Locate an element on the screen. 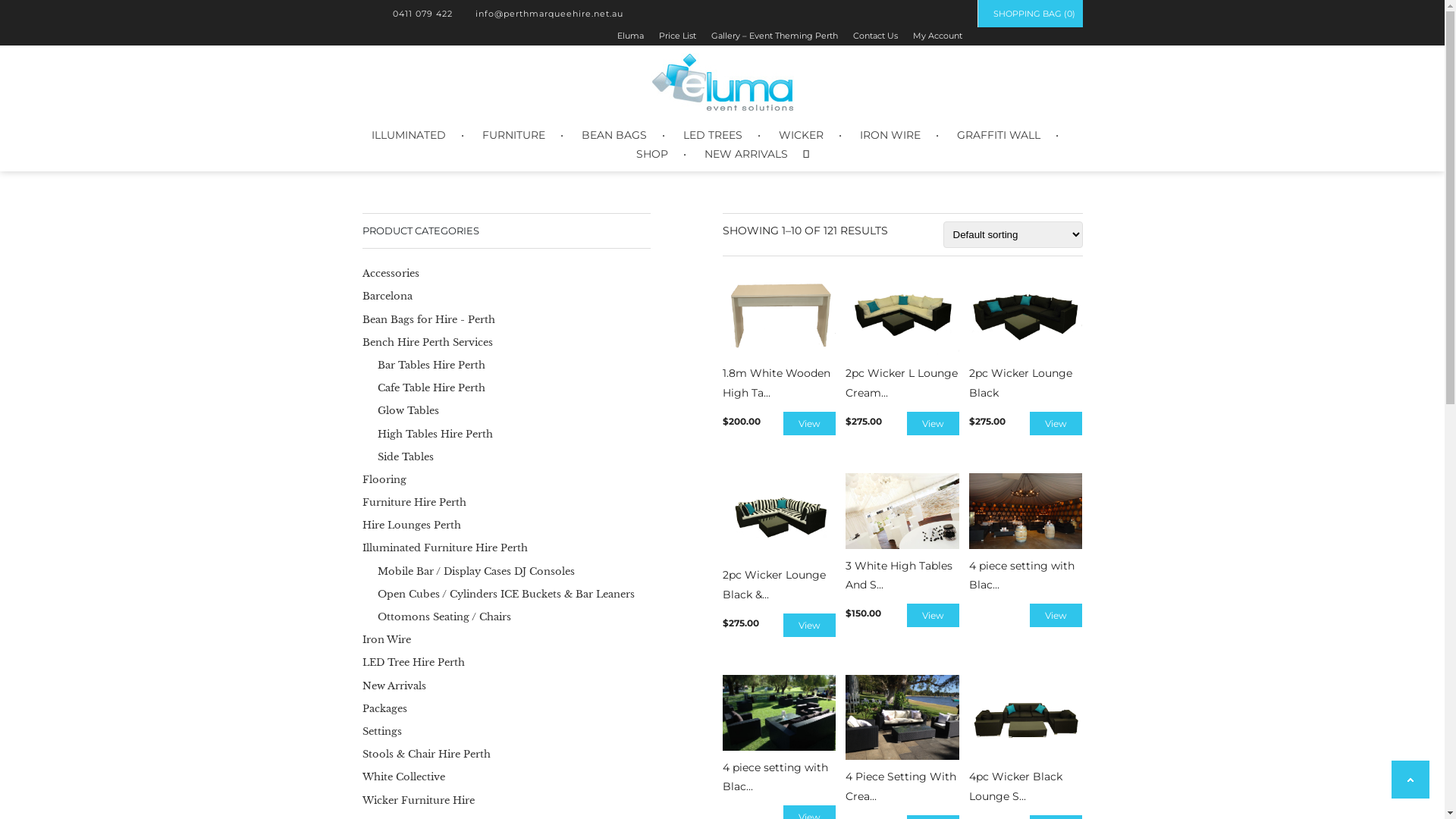 The width and height of the screenshot is (1456, 819). 'ILLUMINATED' is located at coordinates (408, 134).